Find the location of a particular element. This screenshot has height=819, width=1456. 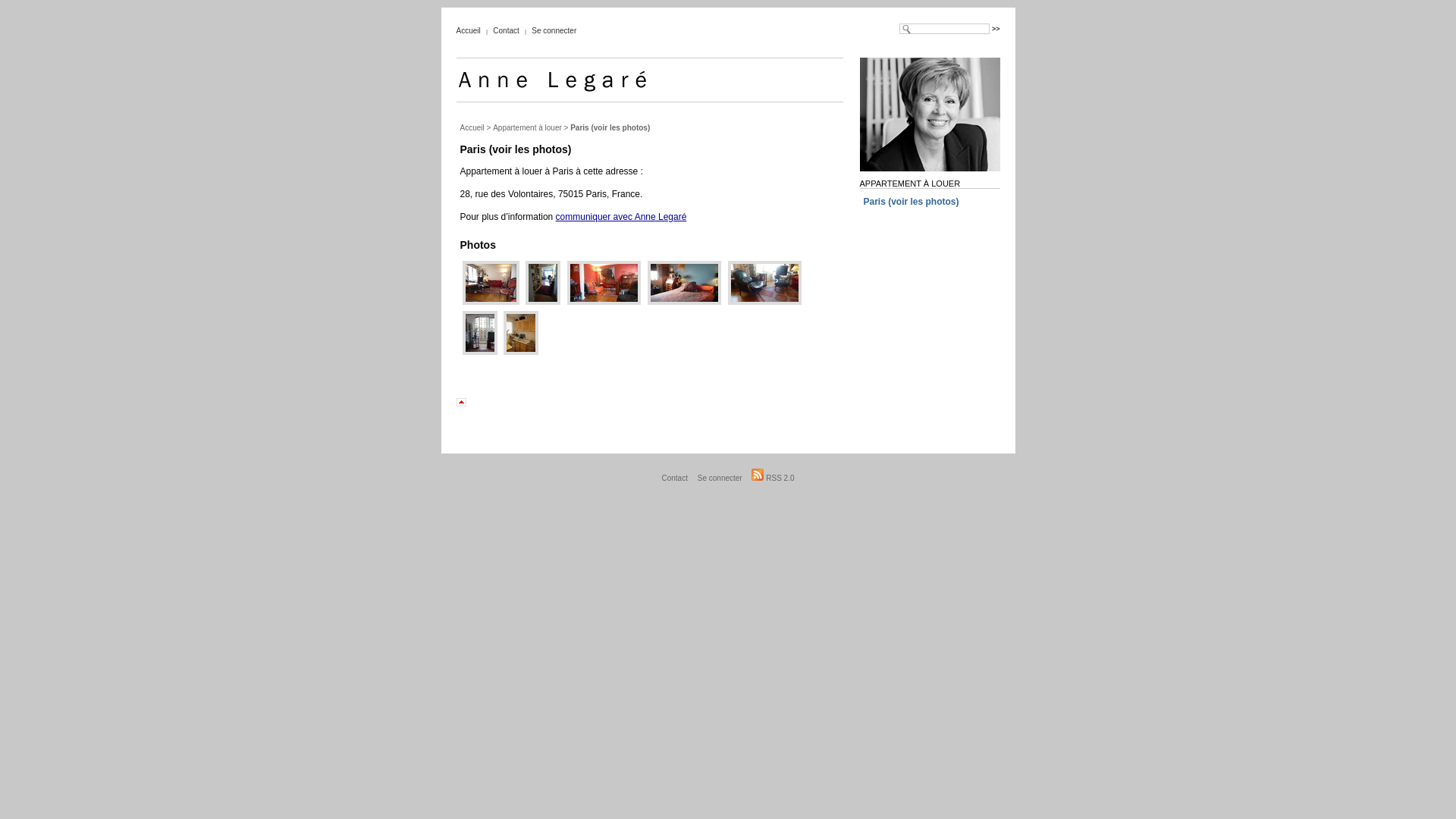

'Contact' is located at coordinates (506, 30).